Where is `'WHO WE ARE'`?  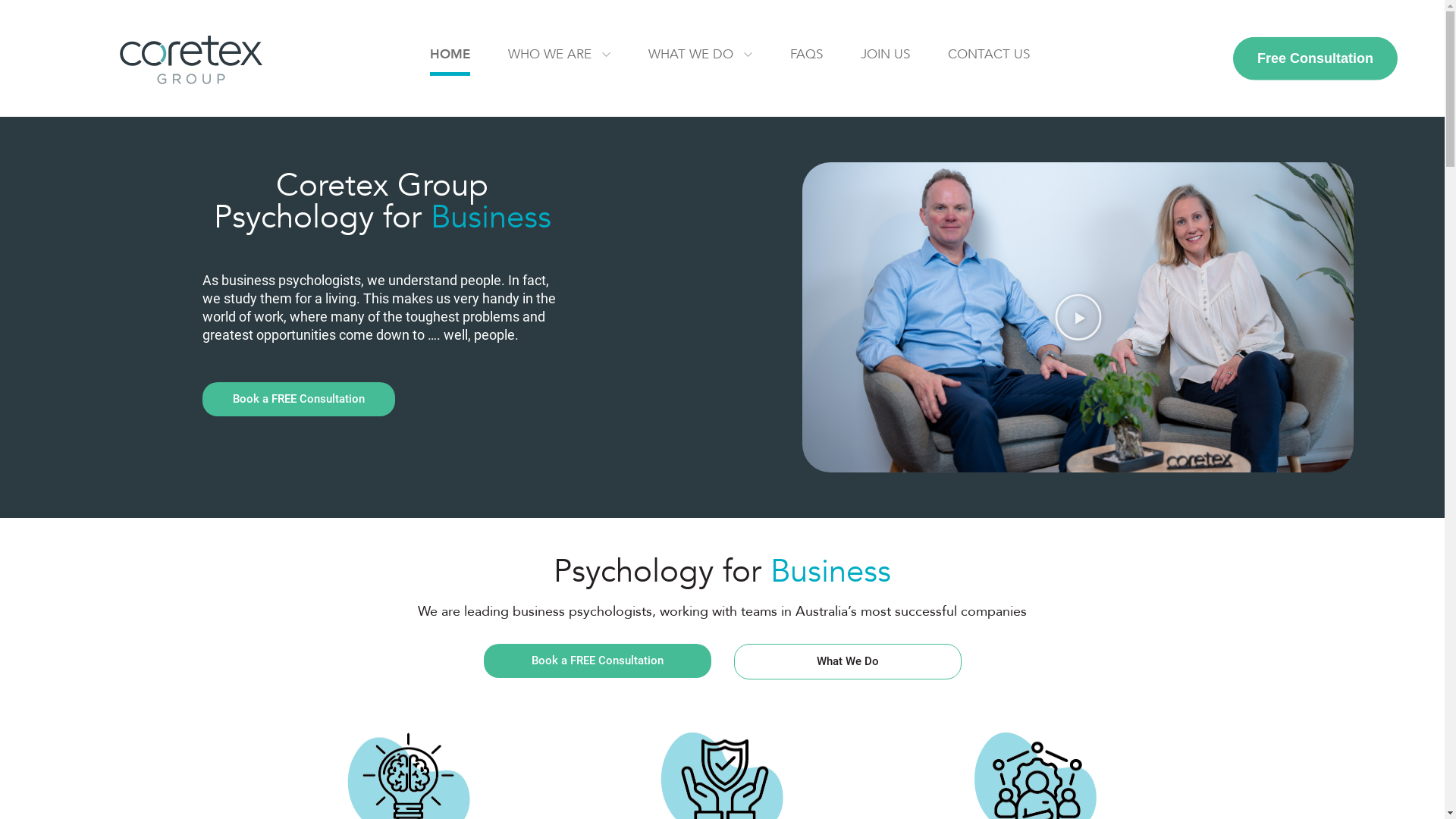 'WHO WE ARE' is located at coordinates (508, 55).